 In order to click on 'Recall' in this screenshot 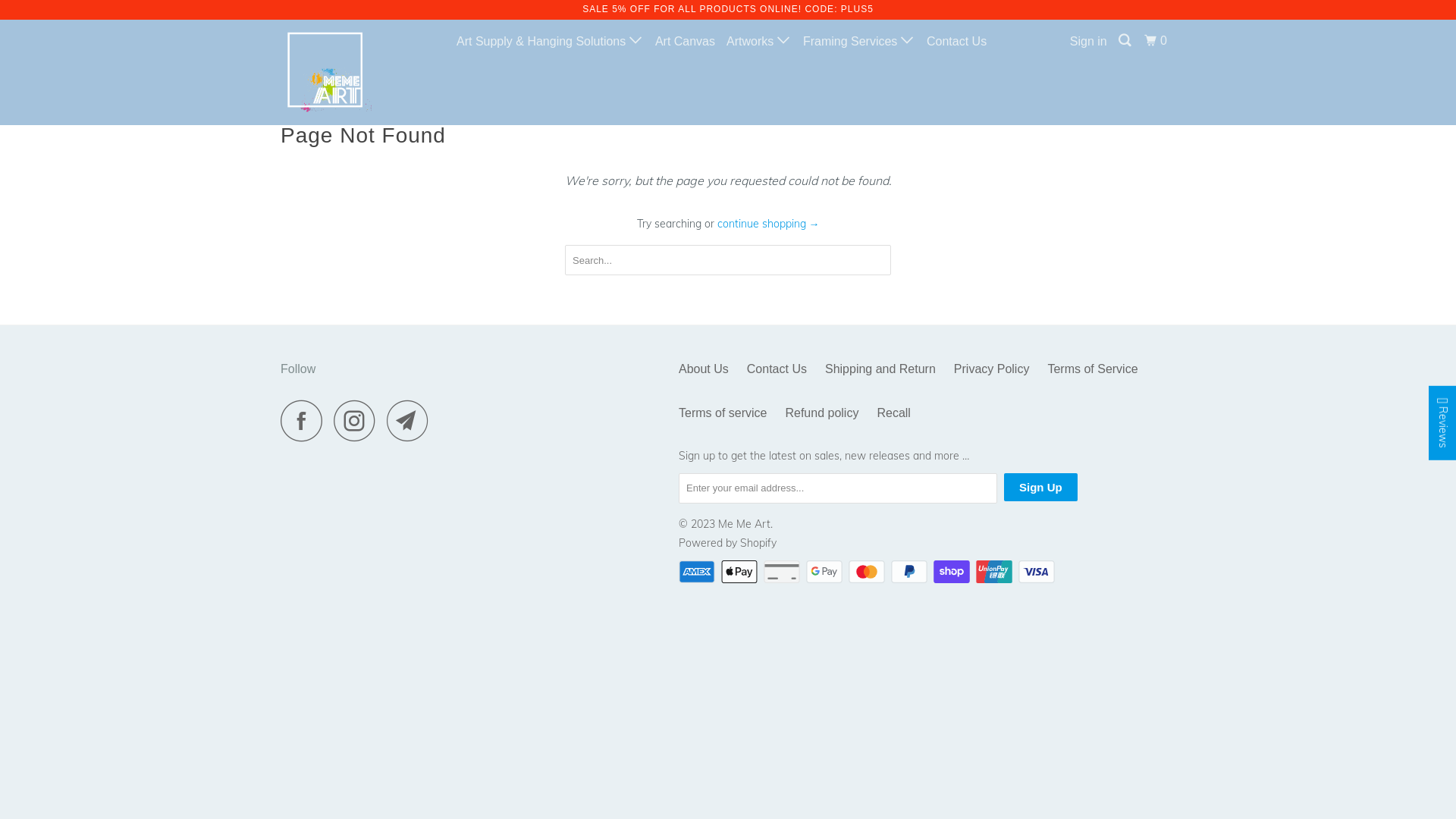, I will do `click(877, 413)`.